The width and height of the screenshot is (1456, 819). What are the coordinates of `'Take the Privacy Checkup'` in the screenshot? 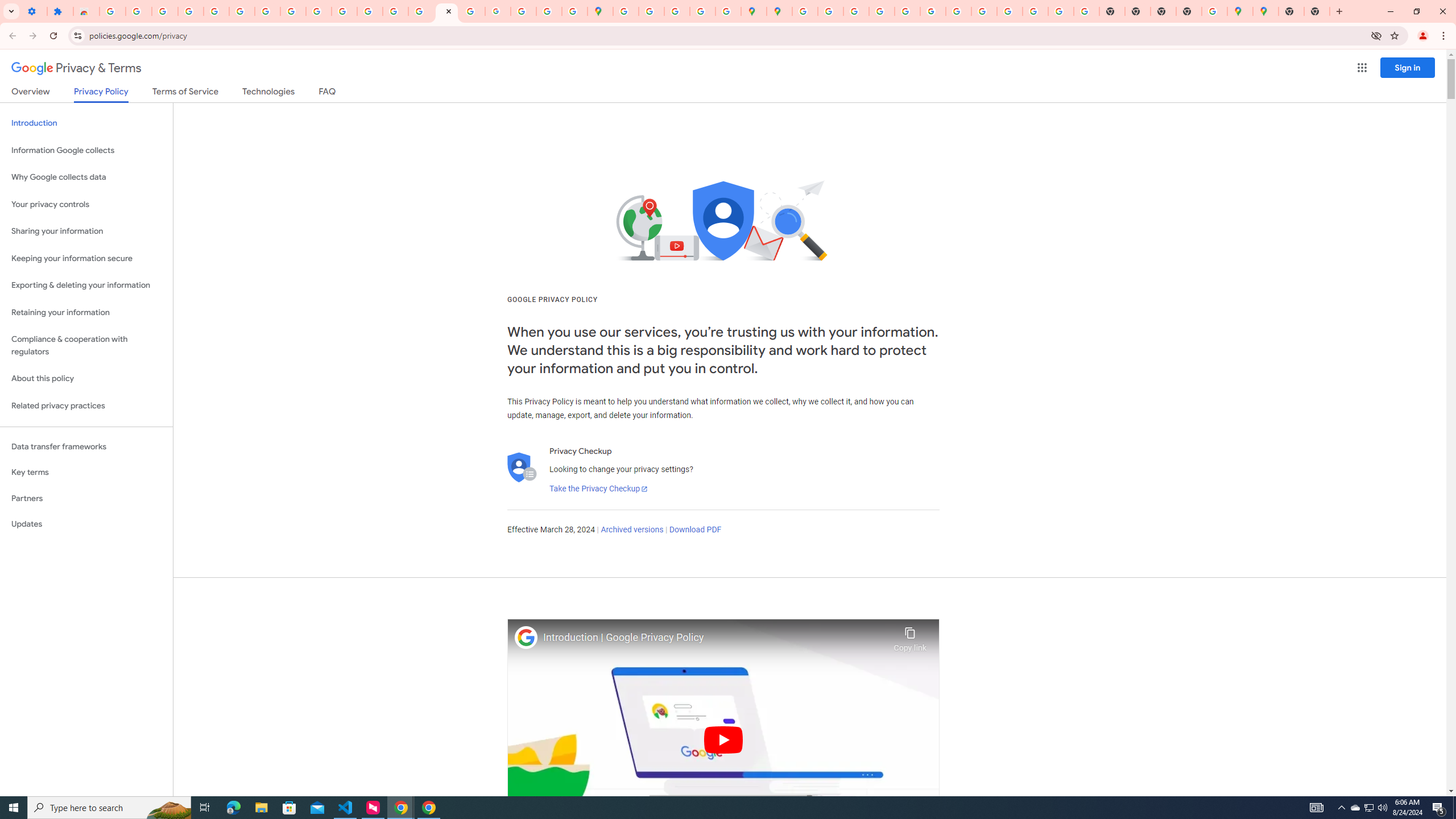 It's located at (598, 488).